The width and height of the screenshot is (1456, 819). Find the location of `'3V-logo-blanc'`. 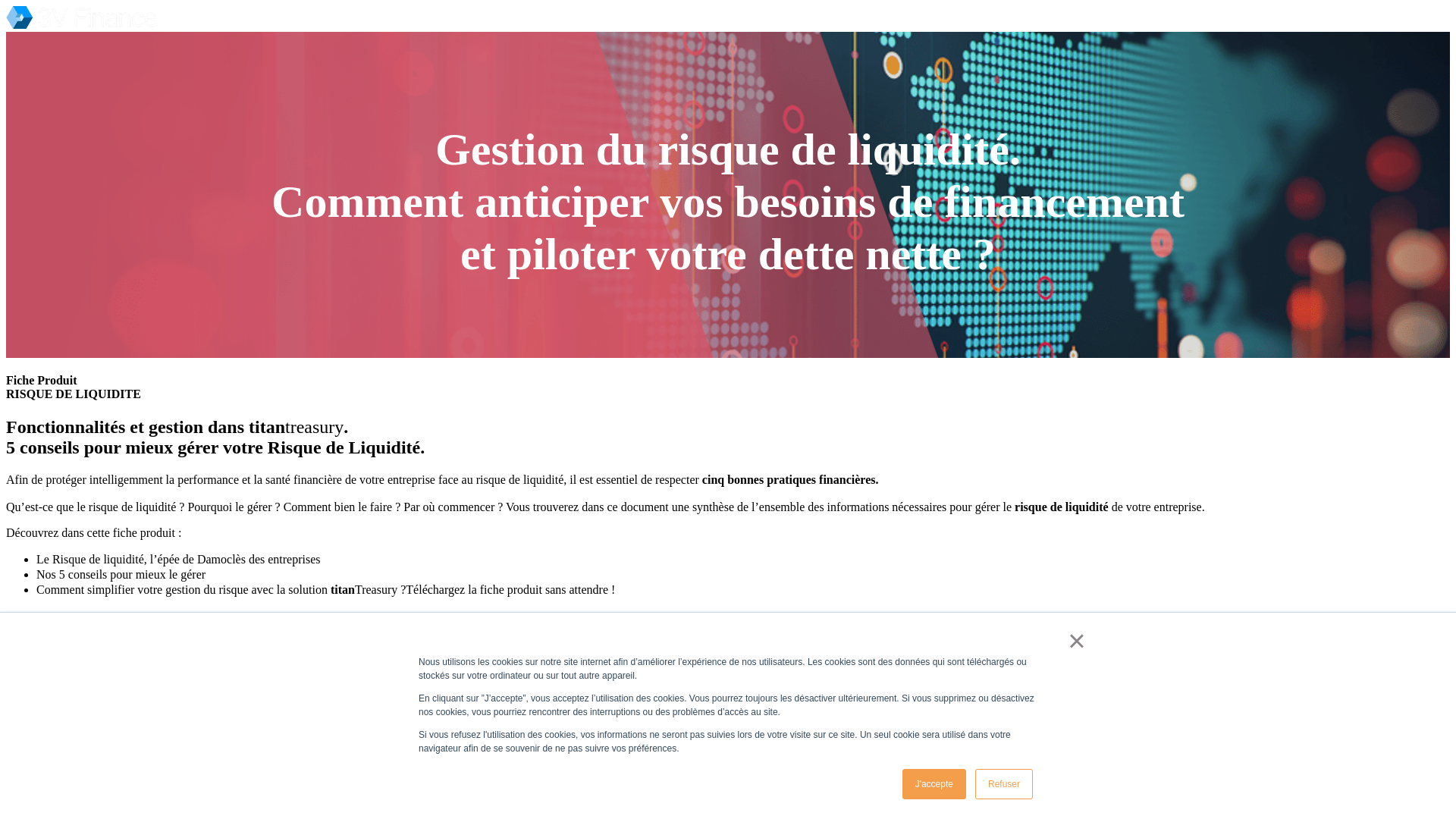

'3V-logo-blanc' is located at coordinates (81, 17).